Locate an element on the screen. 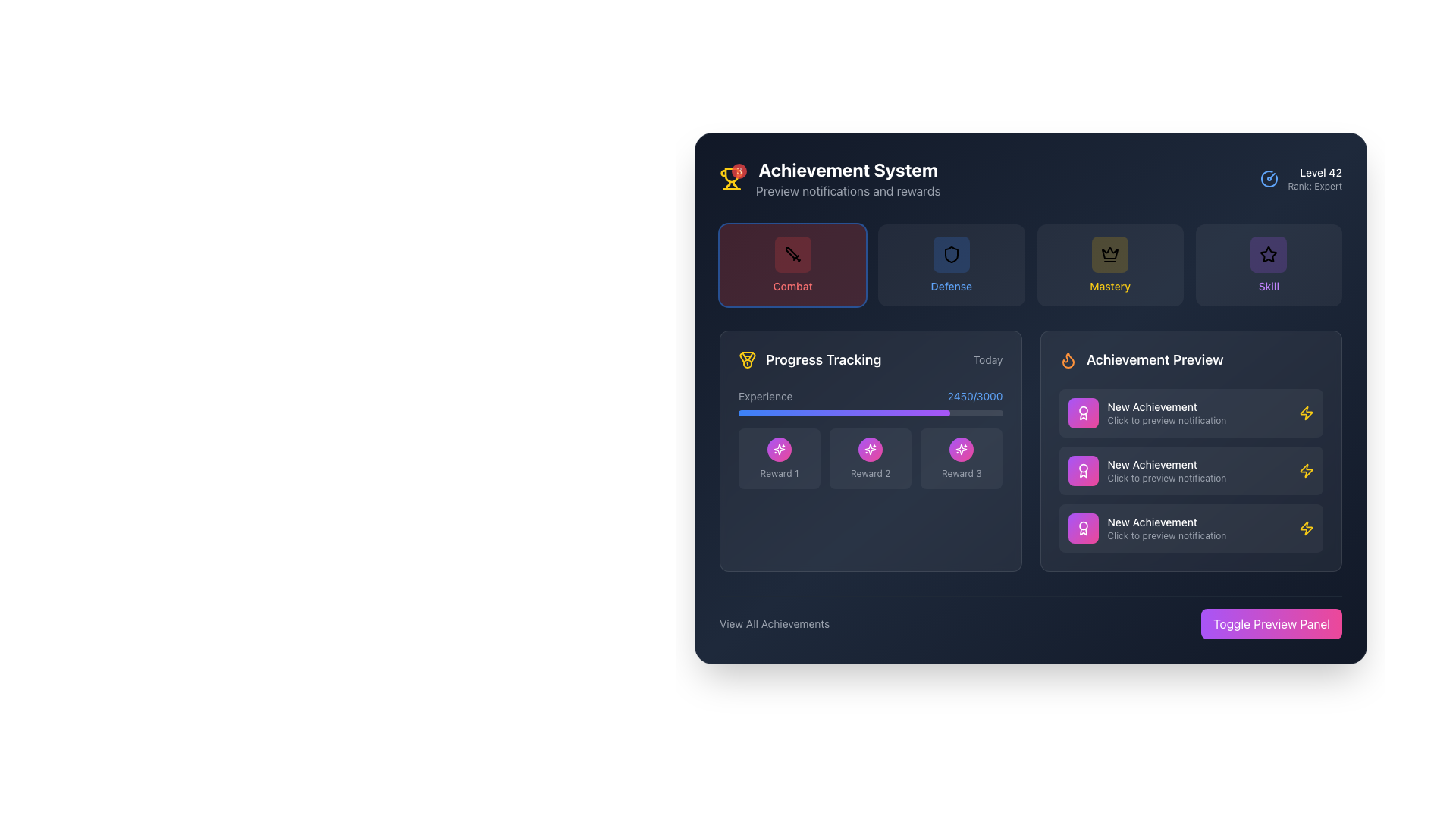  the golden trophy medal icon located to the left of the 'Achievement System' text in the top-left corner of the main blue interface is located at coordinates (747, 357).